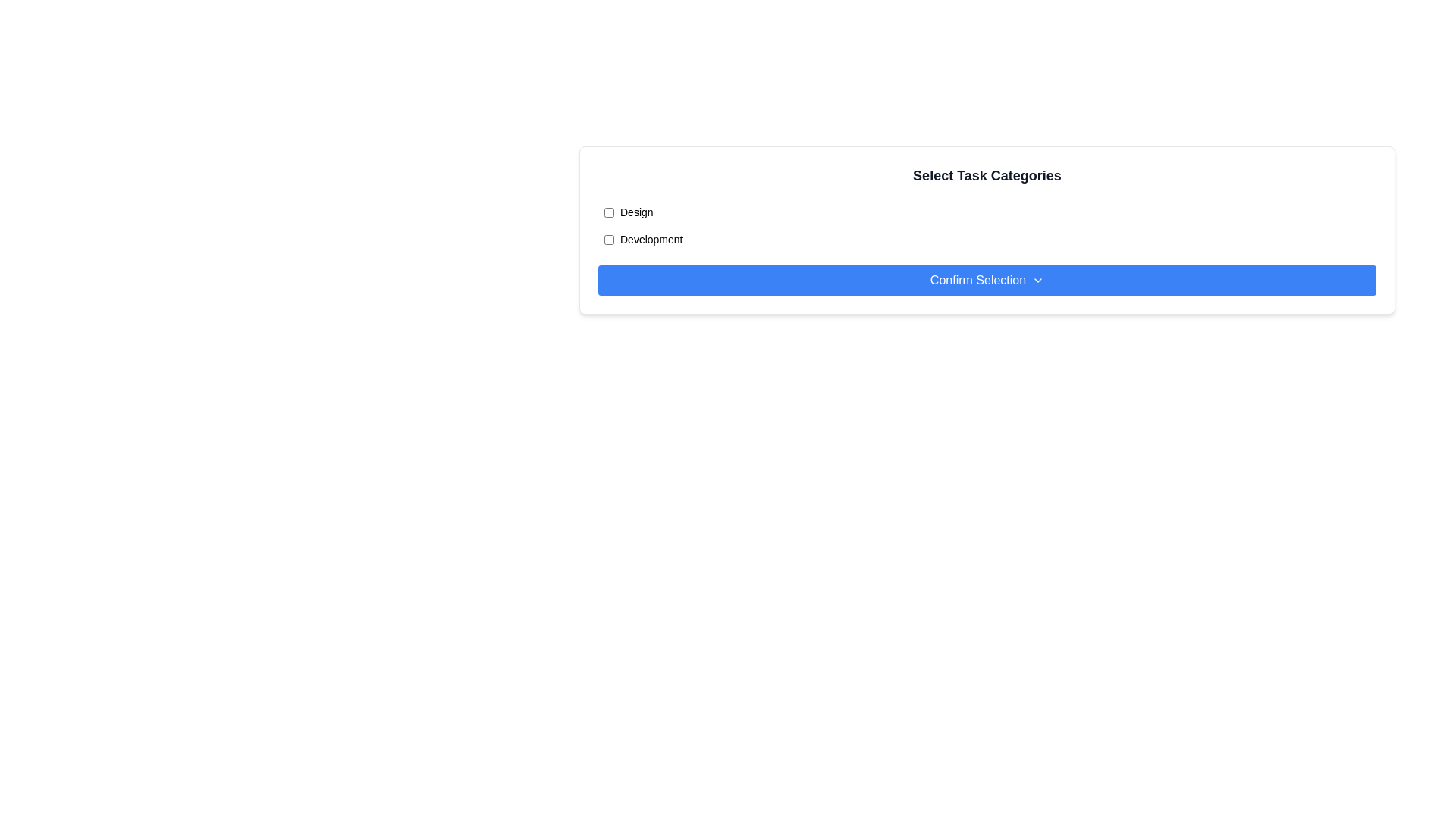 Image resolution: width=1456 pixels, height=819 pixels. Describe the element at coordinates (609, 212) in the screenshot. I see `the checkbox that allows users to select or deselect the 'Design' category for task selection, located in the leftmost position of a horizontal layout group near the top of a section listing task categories` at that location.